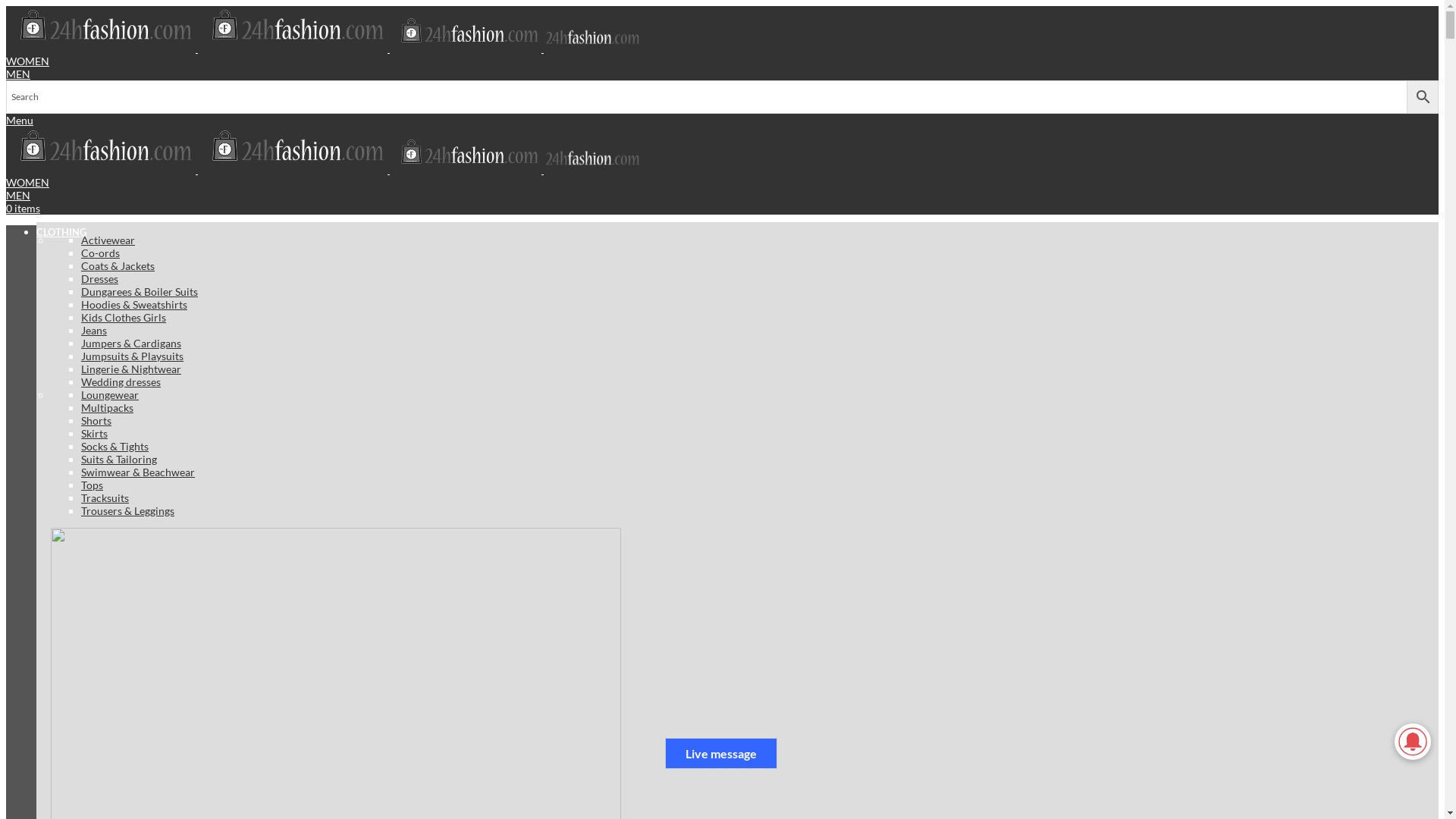 This screenshot has height=819, width=1456. Describe the element at coordinates (80, 239) in the screenshot. I see `'Activewear'` at that location.